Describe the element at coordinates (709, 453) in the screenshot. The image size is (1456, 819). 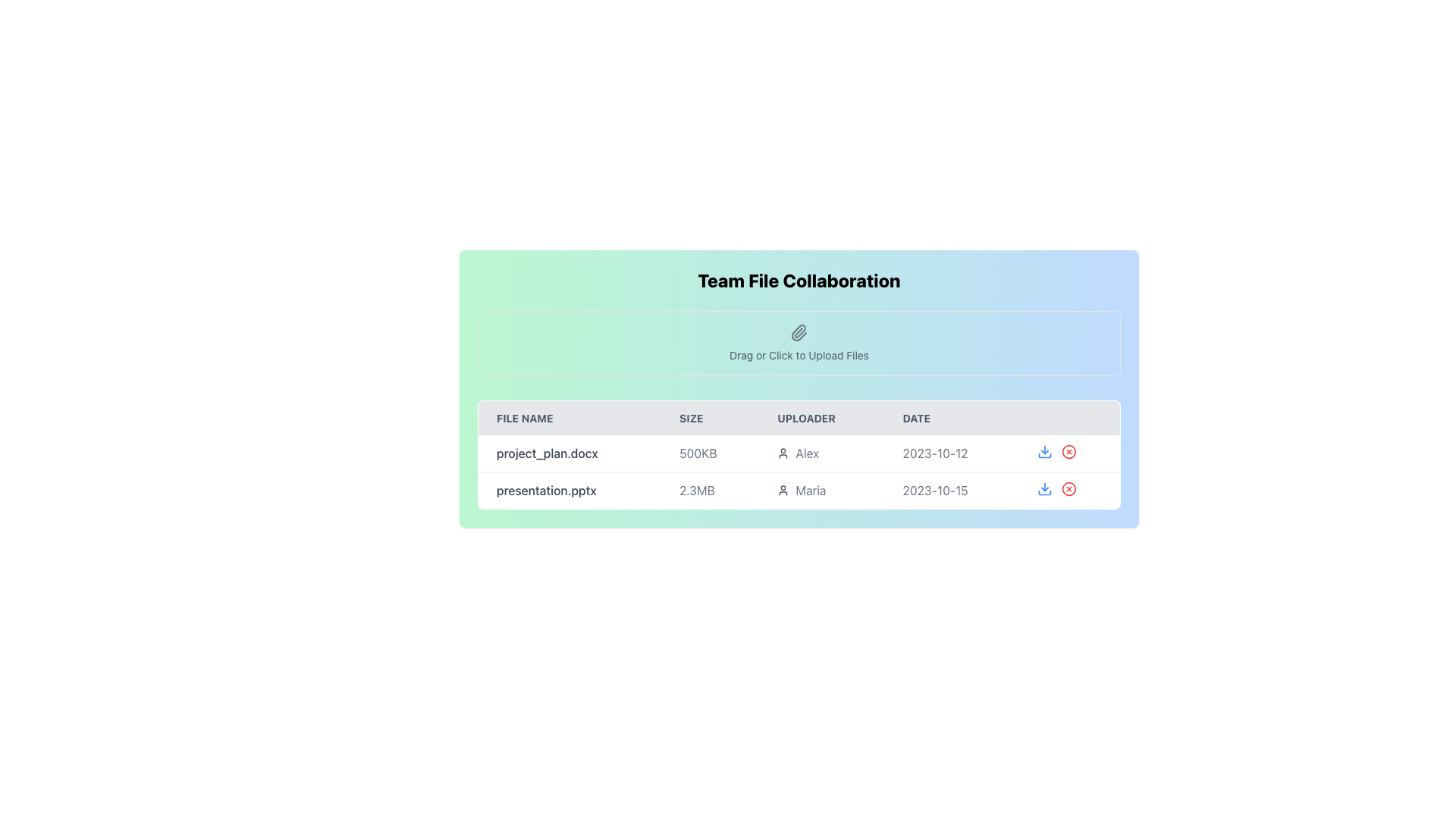
I see `the Text label that displays the file size for 'project_plan.docx', located in the second column of the first row of the table` at that location.